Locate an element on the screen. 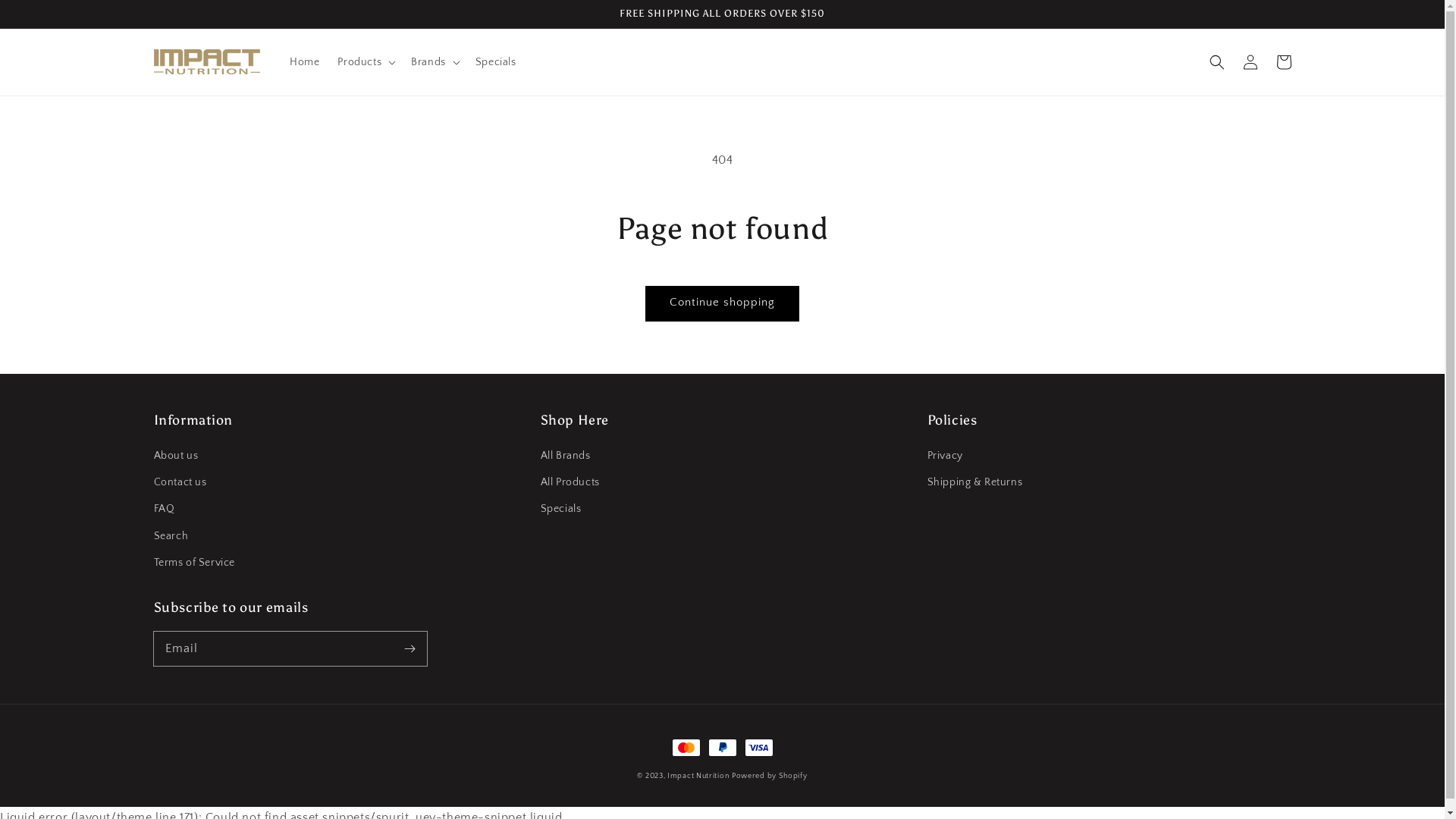 The image size is (1456, 819). 'About us' is located at coordinates (175, 457).